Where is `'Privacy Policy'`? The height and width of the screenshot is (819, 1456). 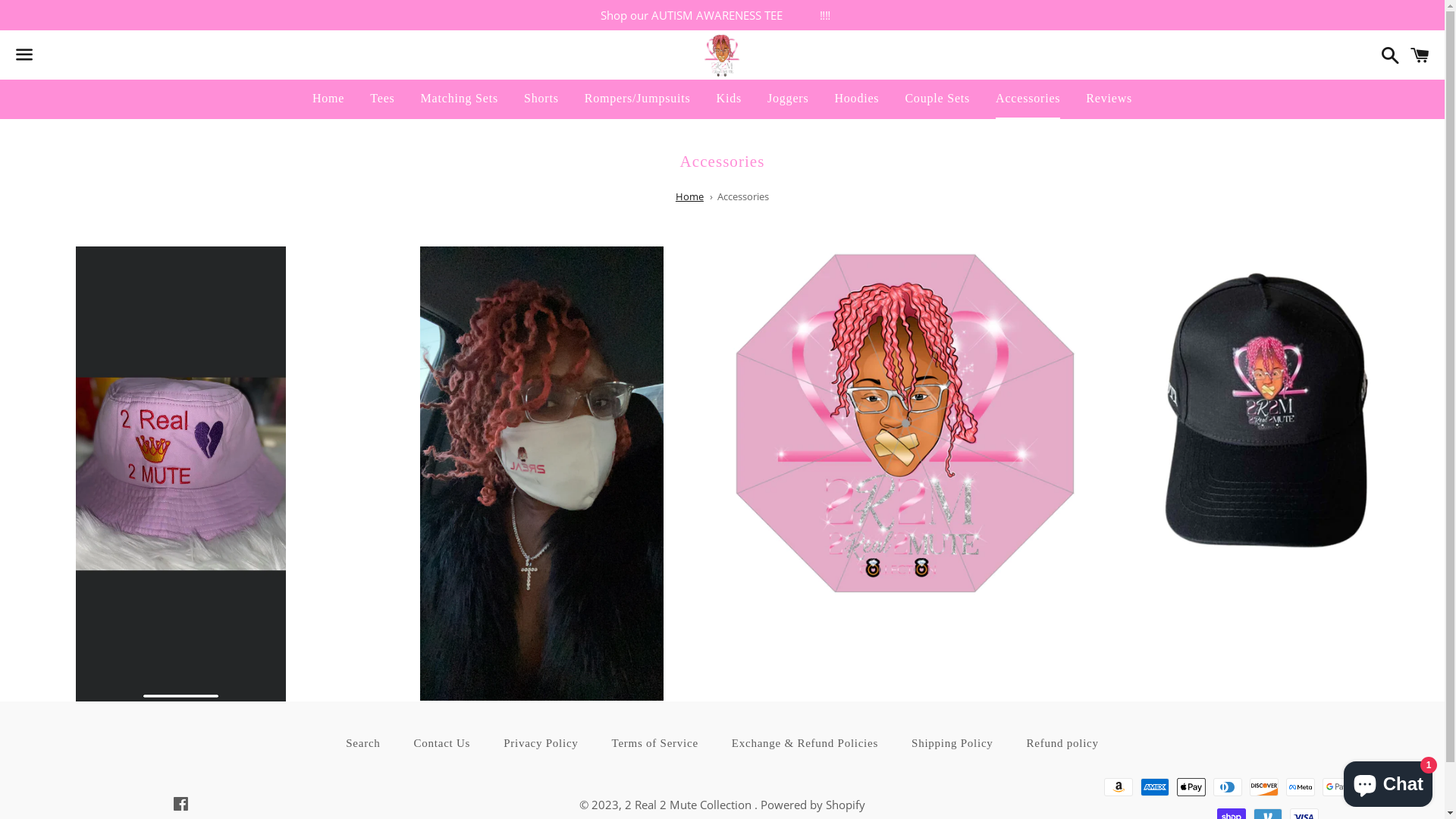 'Privacy Policy' is located at coordinates (488, 742).